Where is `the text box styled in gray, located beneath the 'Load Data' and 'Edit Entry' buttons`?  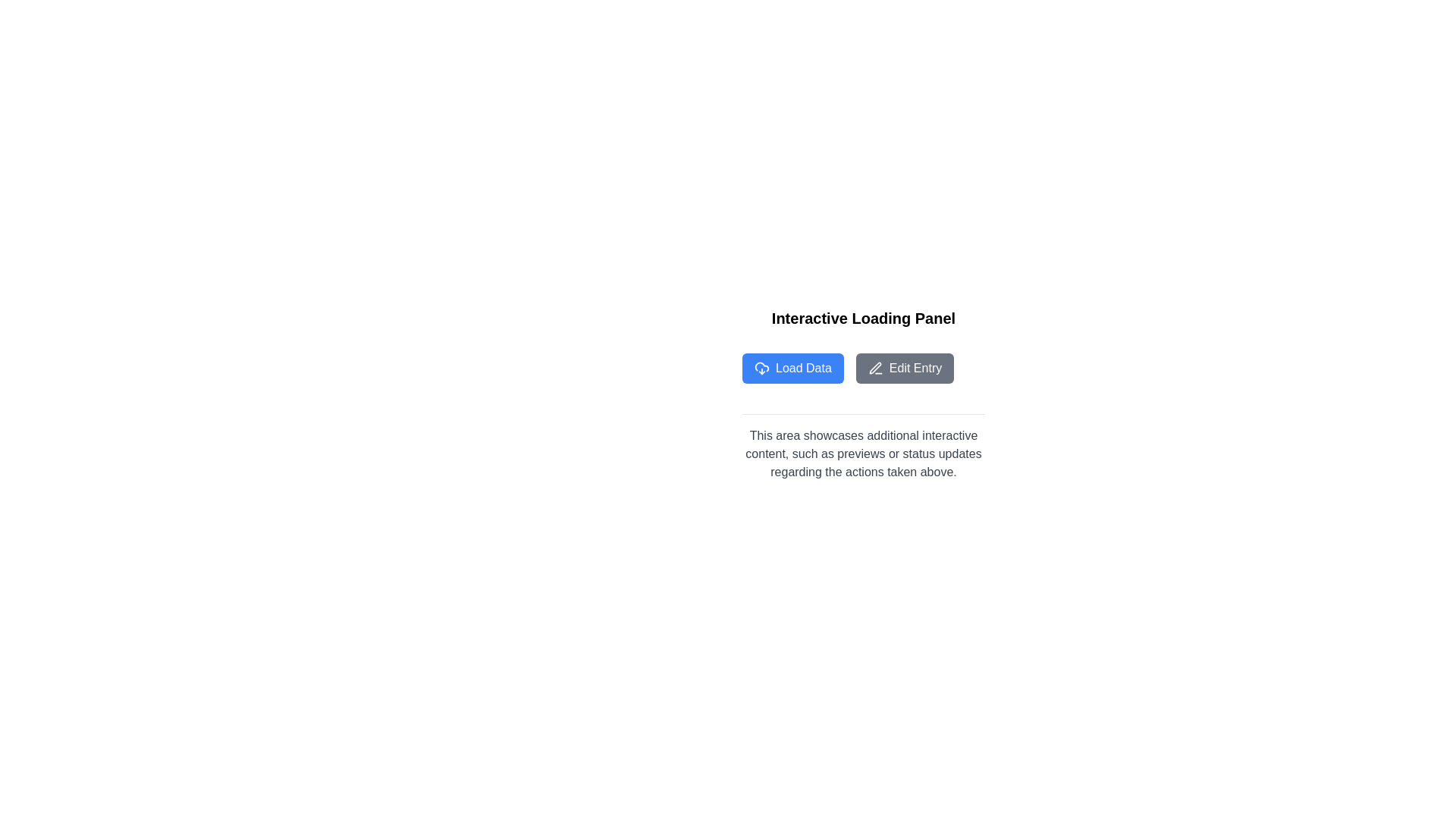 the text box styled in gray, located beneath the 'Load Data' and 'Edit Entry' buttons is located at coordinates (863, 447).